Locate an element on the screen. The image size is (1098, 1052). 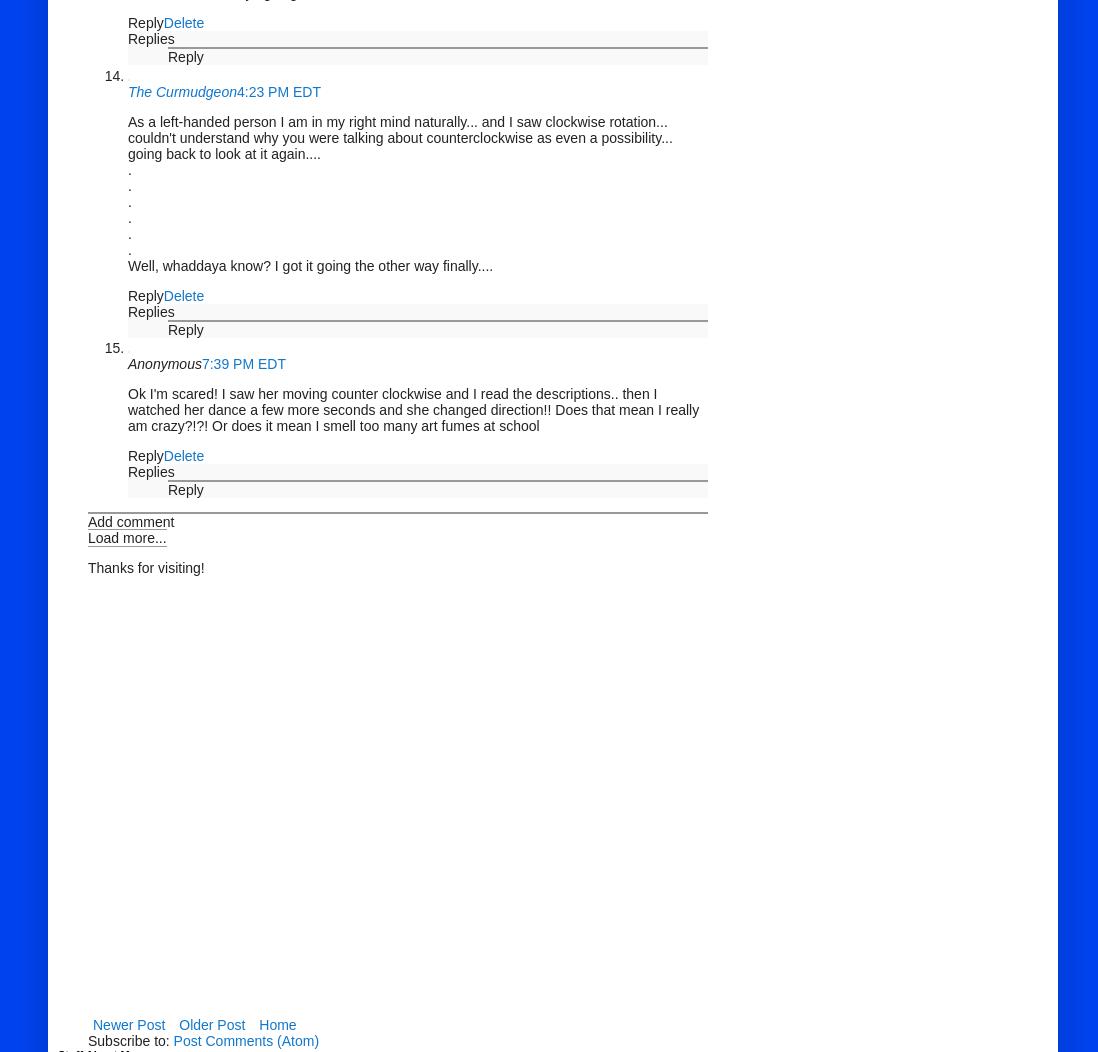
'As a left-handed person I am in my right mind naturally... and I saw clockwise rotation... couldn't understand why you were talking about counterclockwise as even a possibility... going back to look at it again....' is located at coordinates (399, 135).